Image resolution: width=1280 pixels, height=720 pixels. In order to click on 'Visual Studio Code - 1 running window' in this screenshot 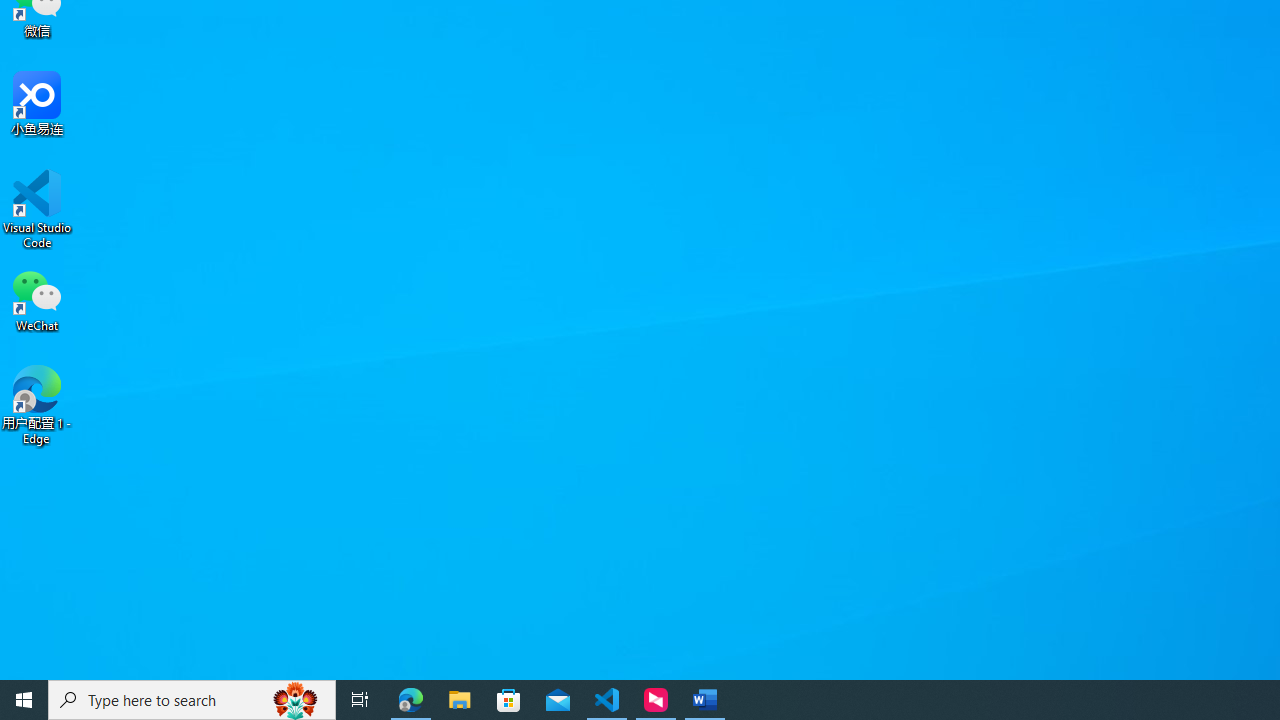, I will do `click(606, 698)`.